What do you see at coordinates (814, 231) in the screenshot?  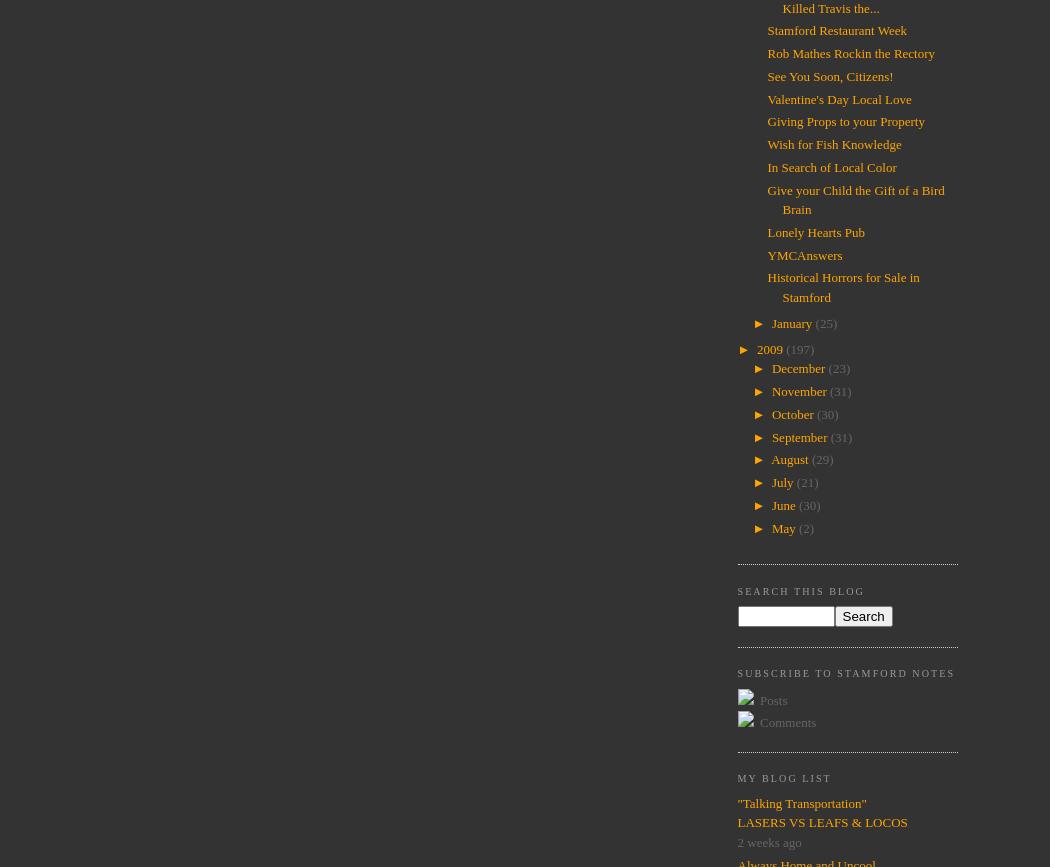 I see `'Lonely Hearts Pub'` at bounding box center [814, 231].